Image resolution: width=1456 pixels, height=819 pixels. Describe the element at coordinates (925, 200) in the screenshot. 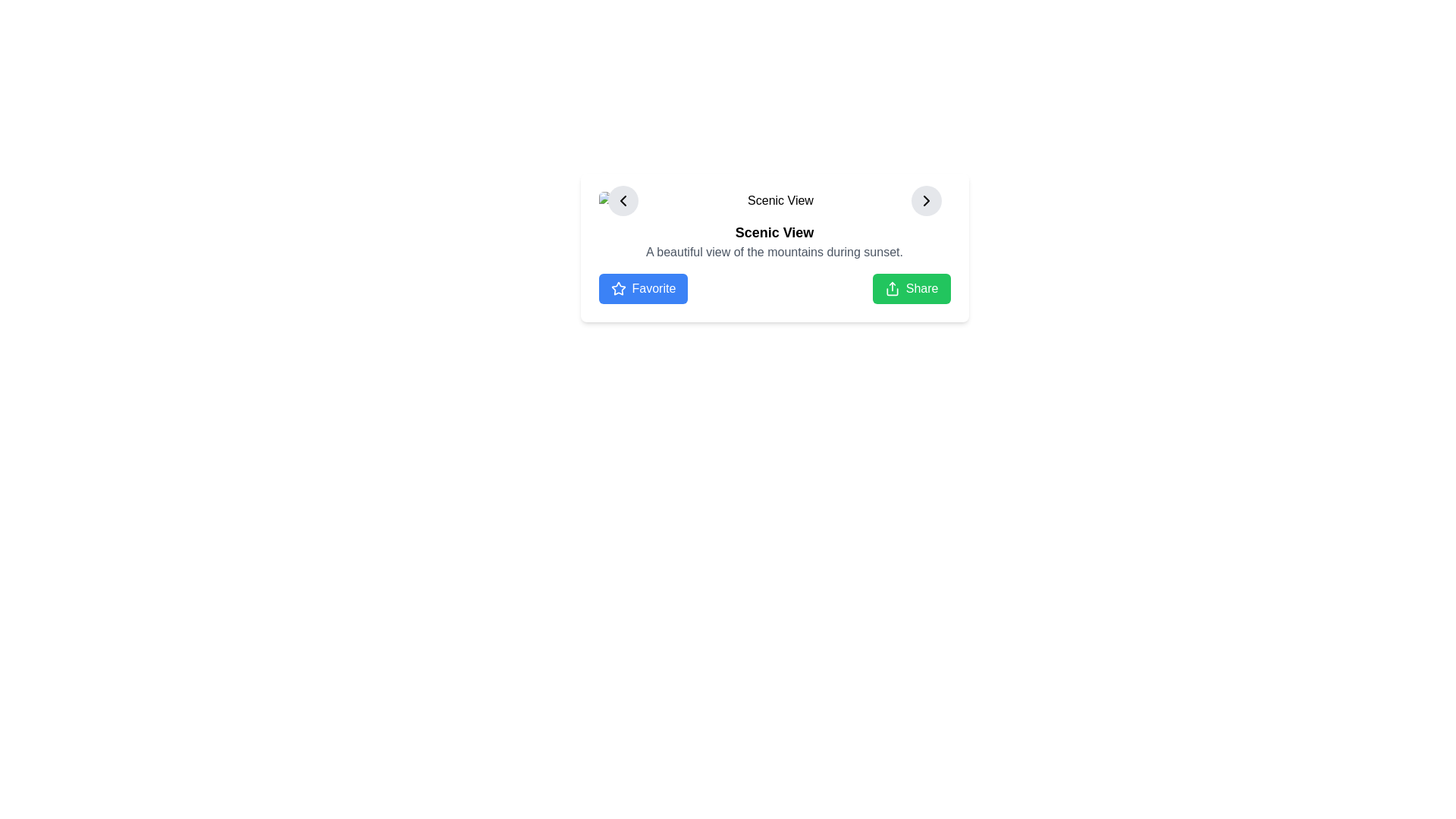

I see `the chevron arrow icon located in the upper-right corner of the card interface` at that location.